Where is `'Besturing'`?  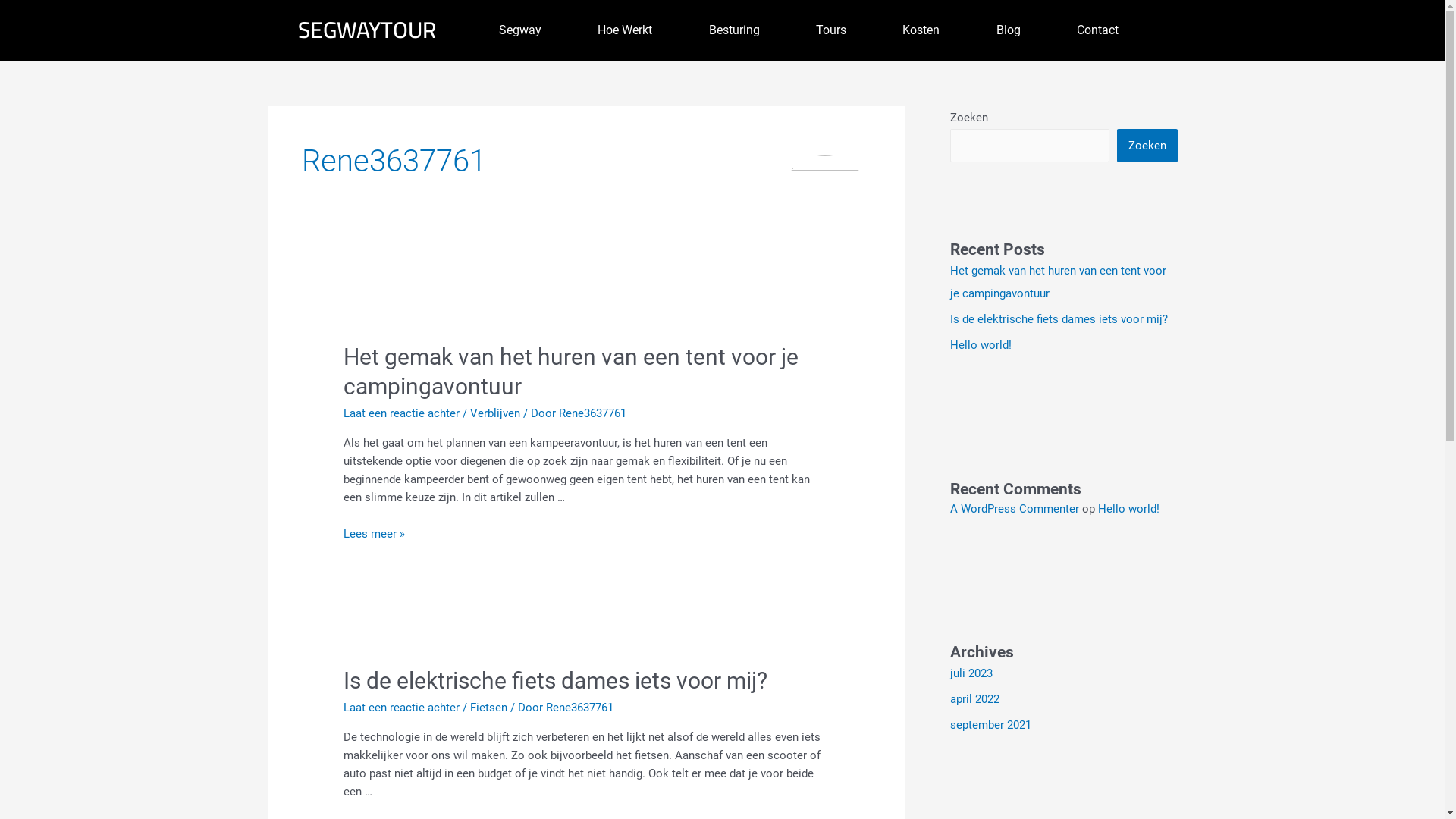
'Besturing' is located at coordinates (679, 30).